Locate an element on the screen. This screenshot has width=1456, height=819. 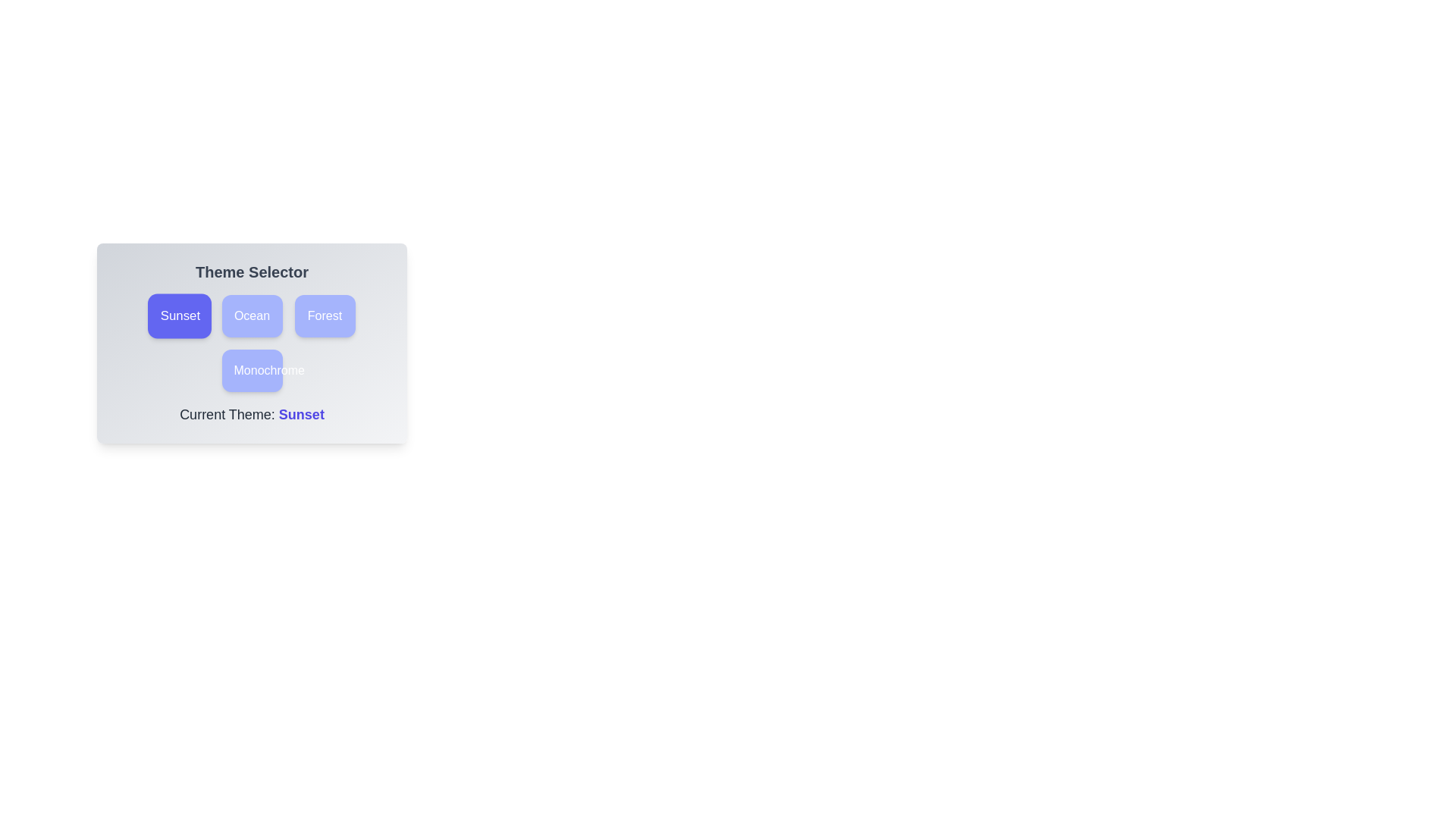
the theme button labeled Ocean is located at coordinates (252, 315).